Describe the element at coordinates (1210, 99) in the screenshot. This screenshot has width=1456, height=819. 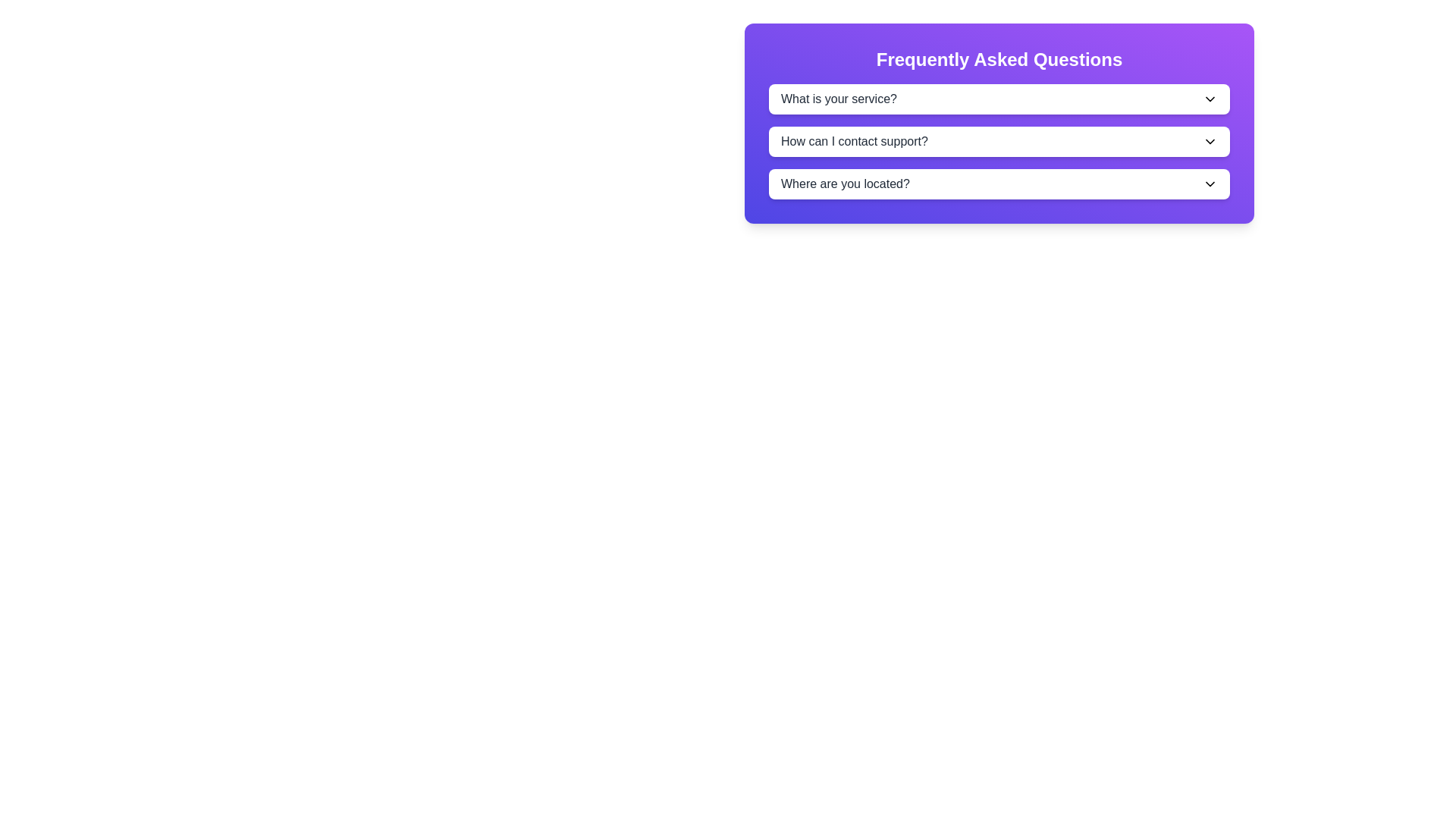
I see `the Chevron Down icon located at the far right side of the 'What is your service?' button` at that location.